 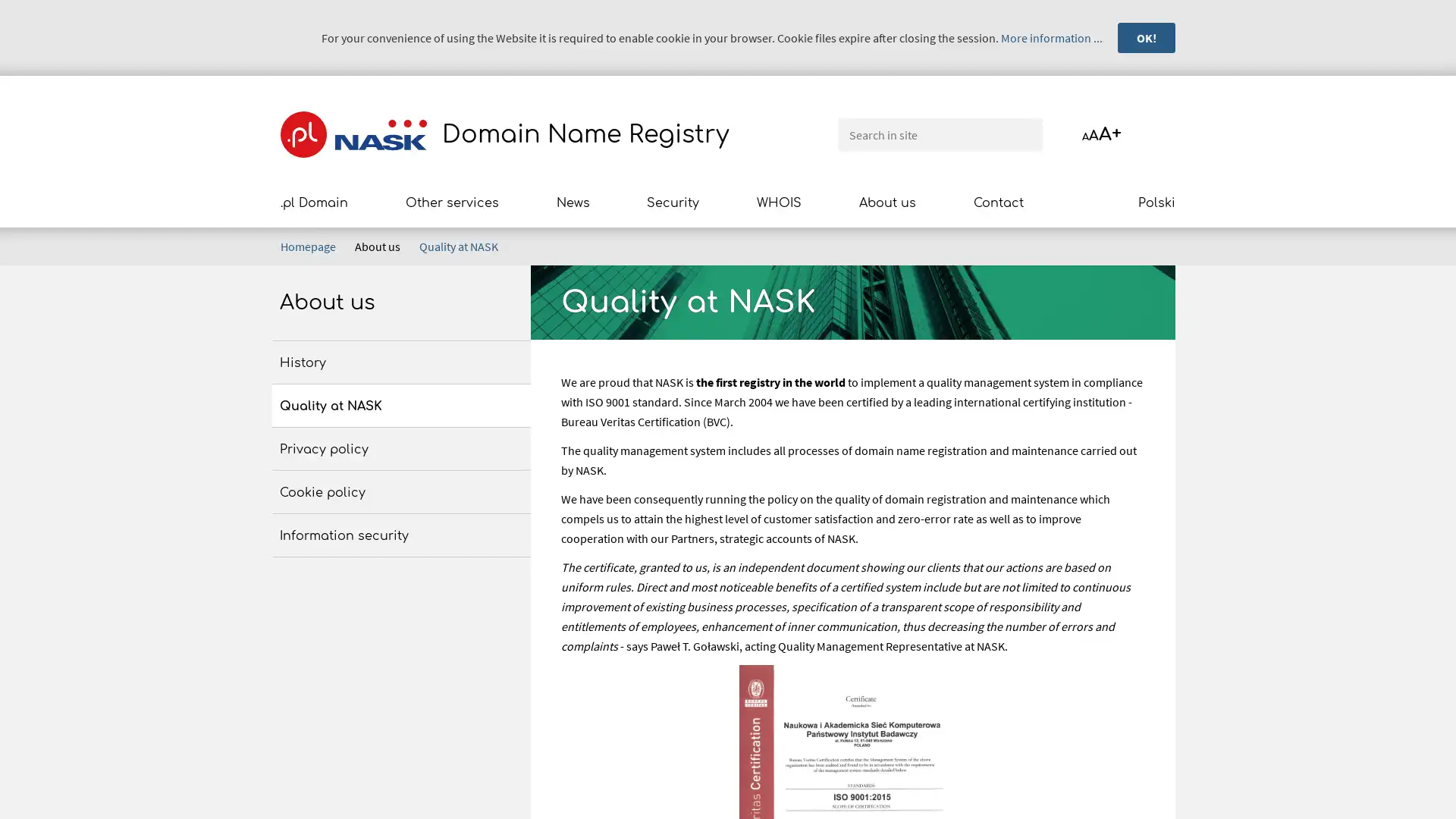 What do you see at coordinates (1024, 133) in the screenshot?
I see `Search` at bounding box center [1024, 133].